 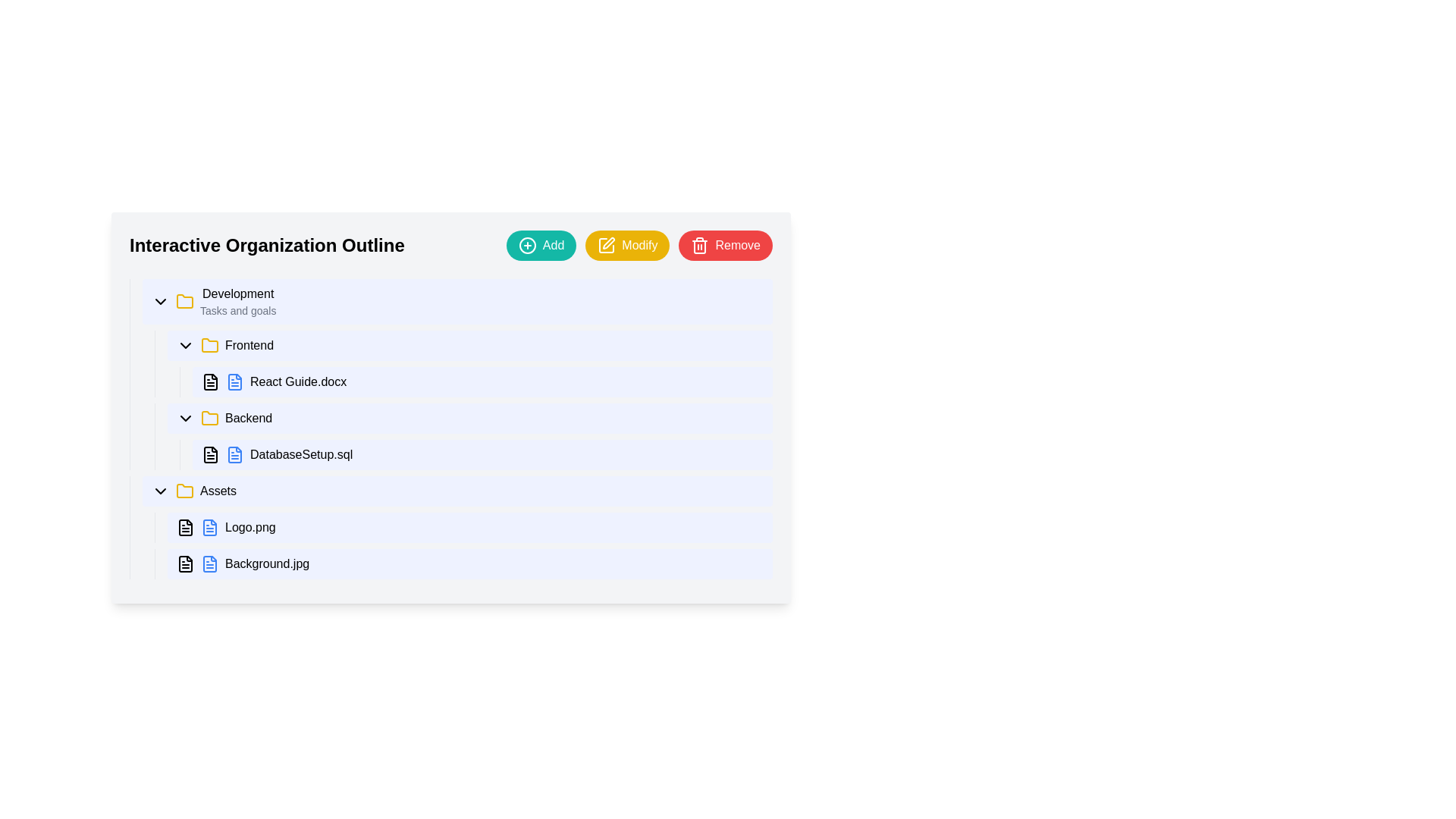 What do you see at coordinates (250, 526) in the screenshot?
I see `the text label representing the file named 'Logo.png' located in the third row under the folder 'Assets' in the file explorer interface` at bounding box center [250, 526].